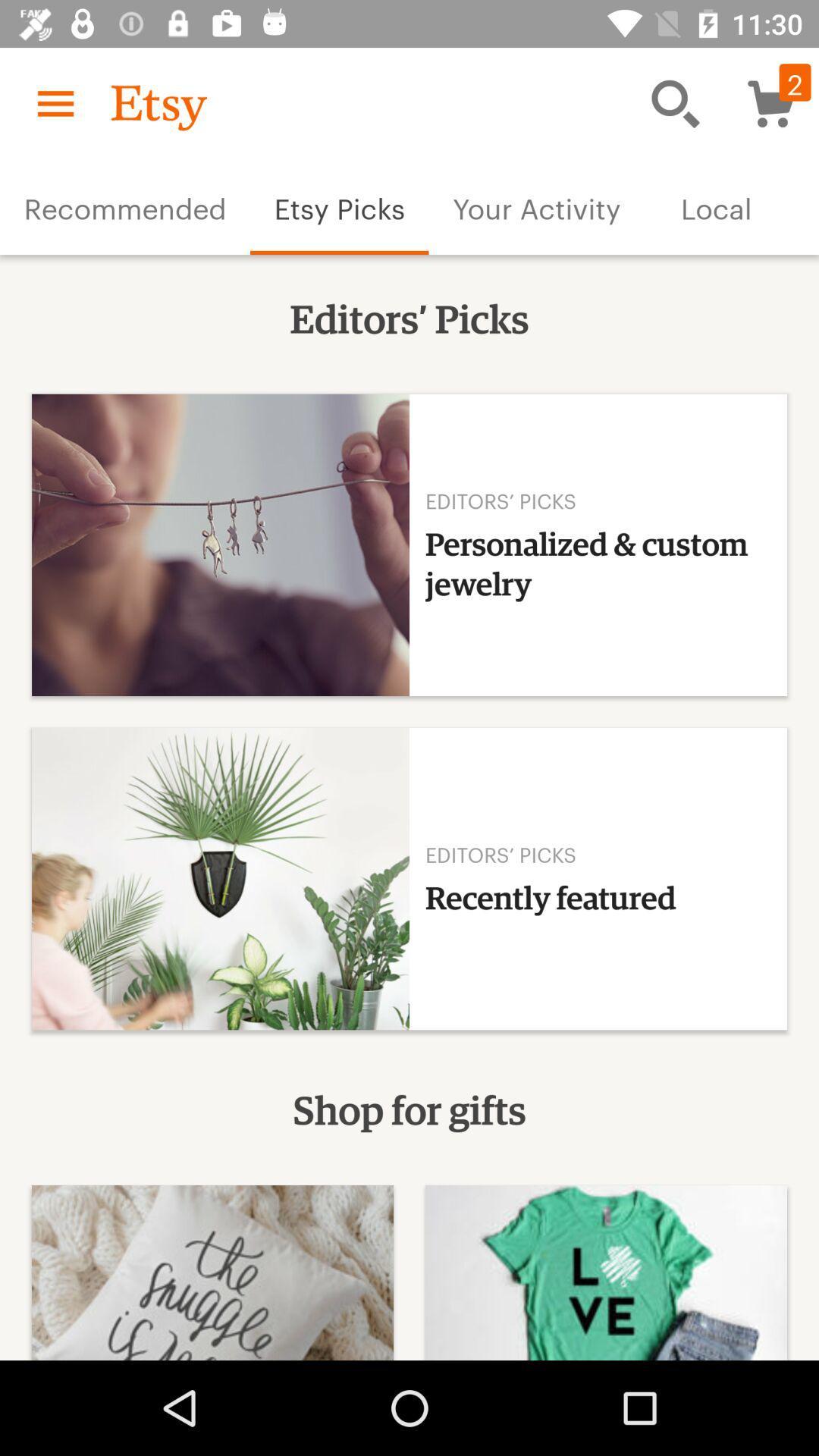 This screenshot has width=819, height=1456. What do you see at coordinates (212, 1272) in the screenshot?
I see `the first image at bottom left corner` at bounding box center [212, 1272].